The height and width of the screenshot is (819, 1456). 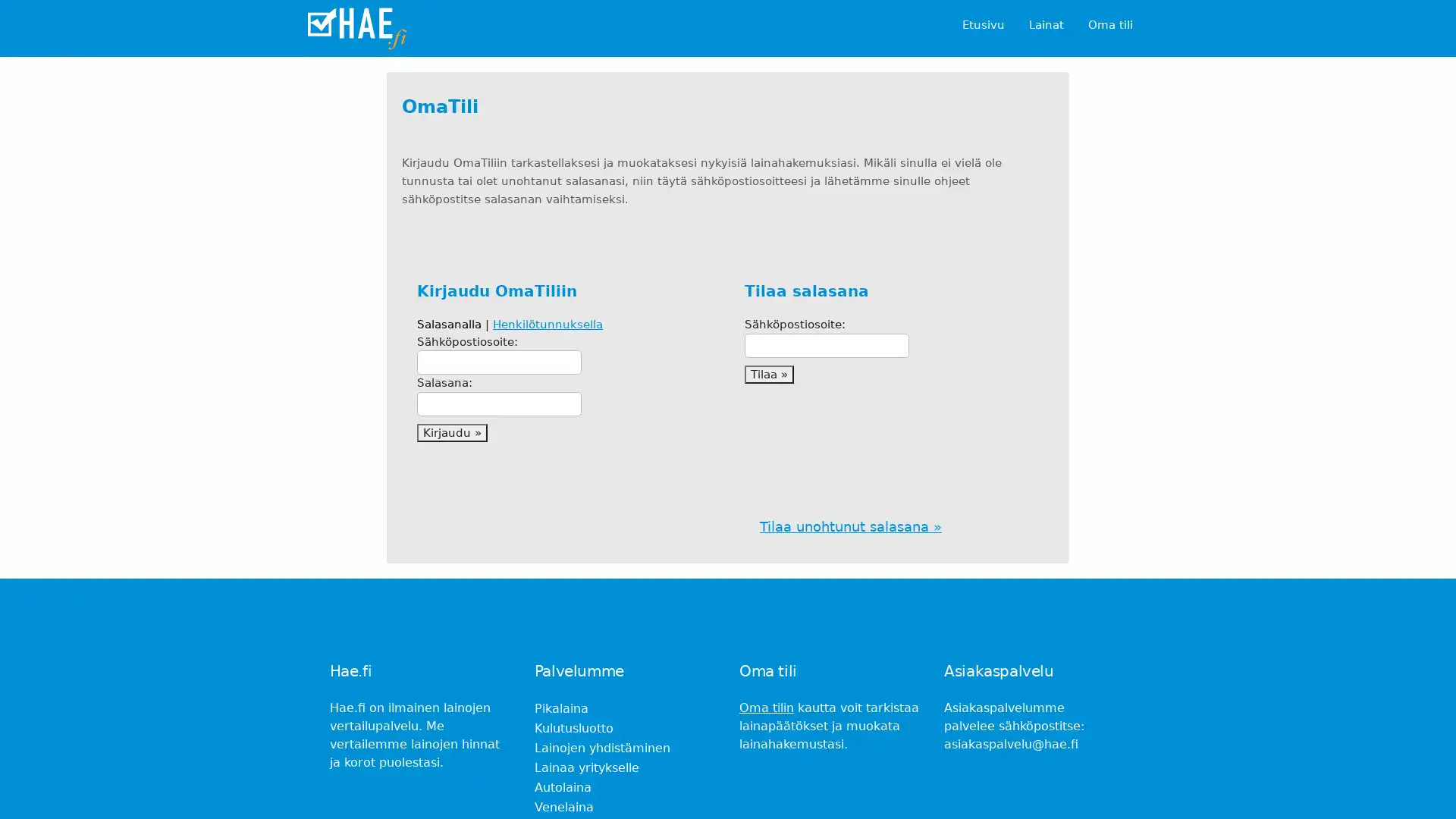 I want to click on Kirjaudu, so click(x=451, y=432).